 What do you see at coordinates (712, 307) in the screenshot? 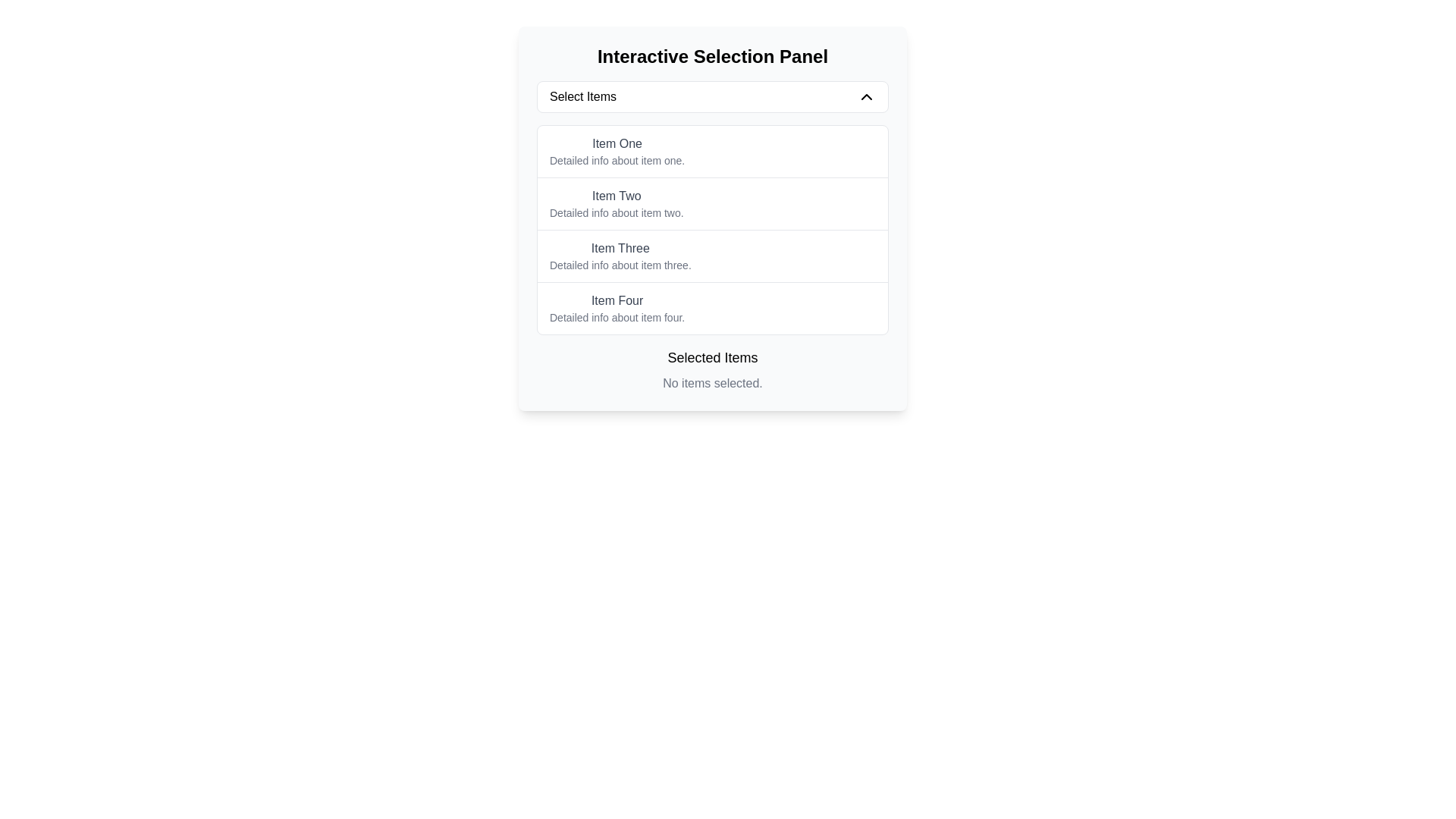
I see `on the list item displaying the title 'Item Four' with a detailed description below it, located in the Interactive Selection Panel` at bounding box center [712, 307].